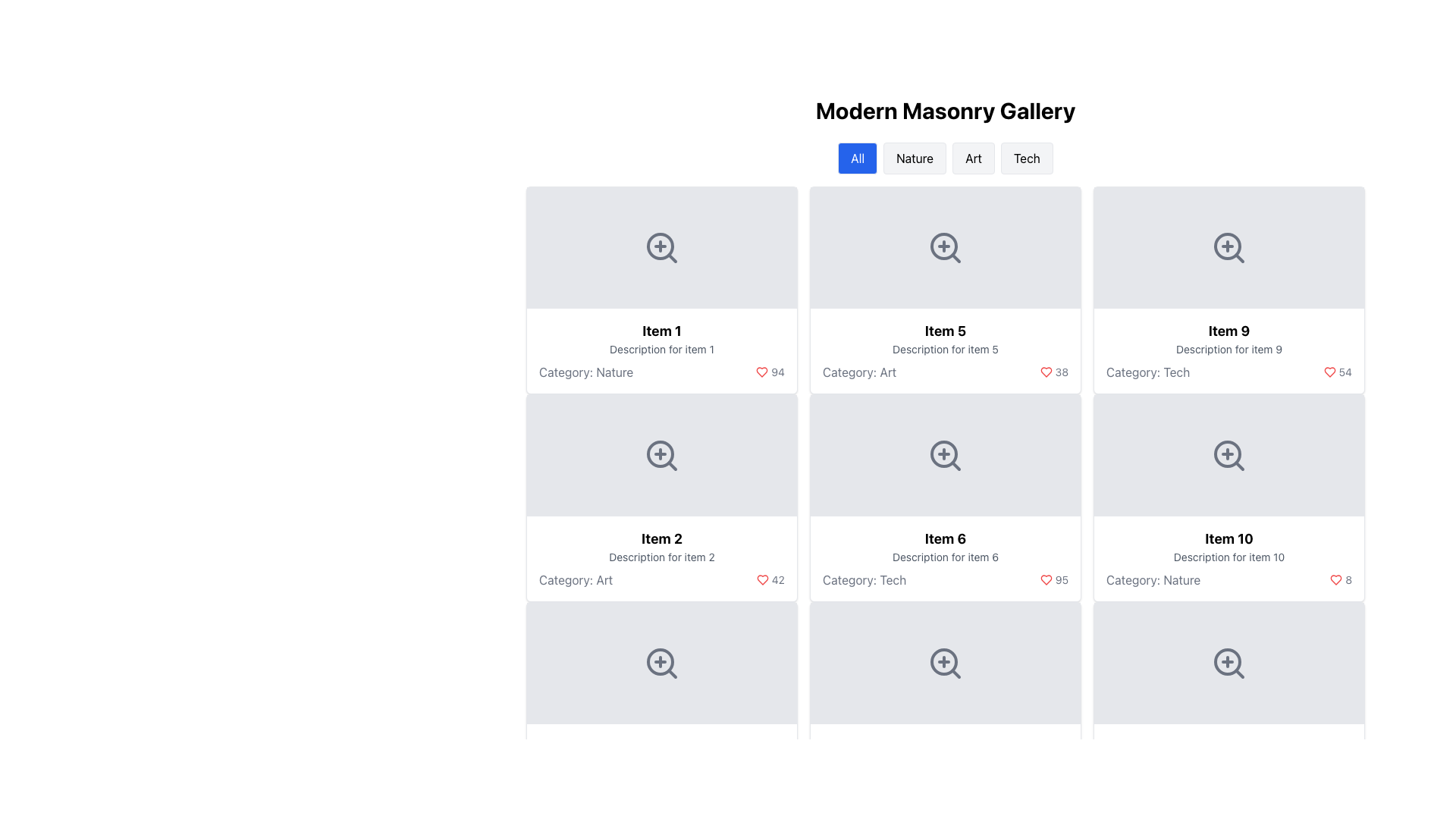 This screenshot has width=1456, height=819. I want to click on the fourth button in the horizontal row of buttons under 'Modern Masonry Gallery', so click(1027, 158).